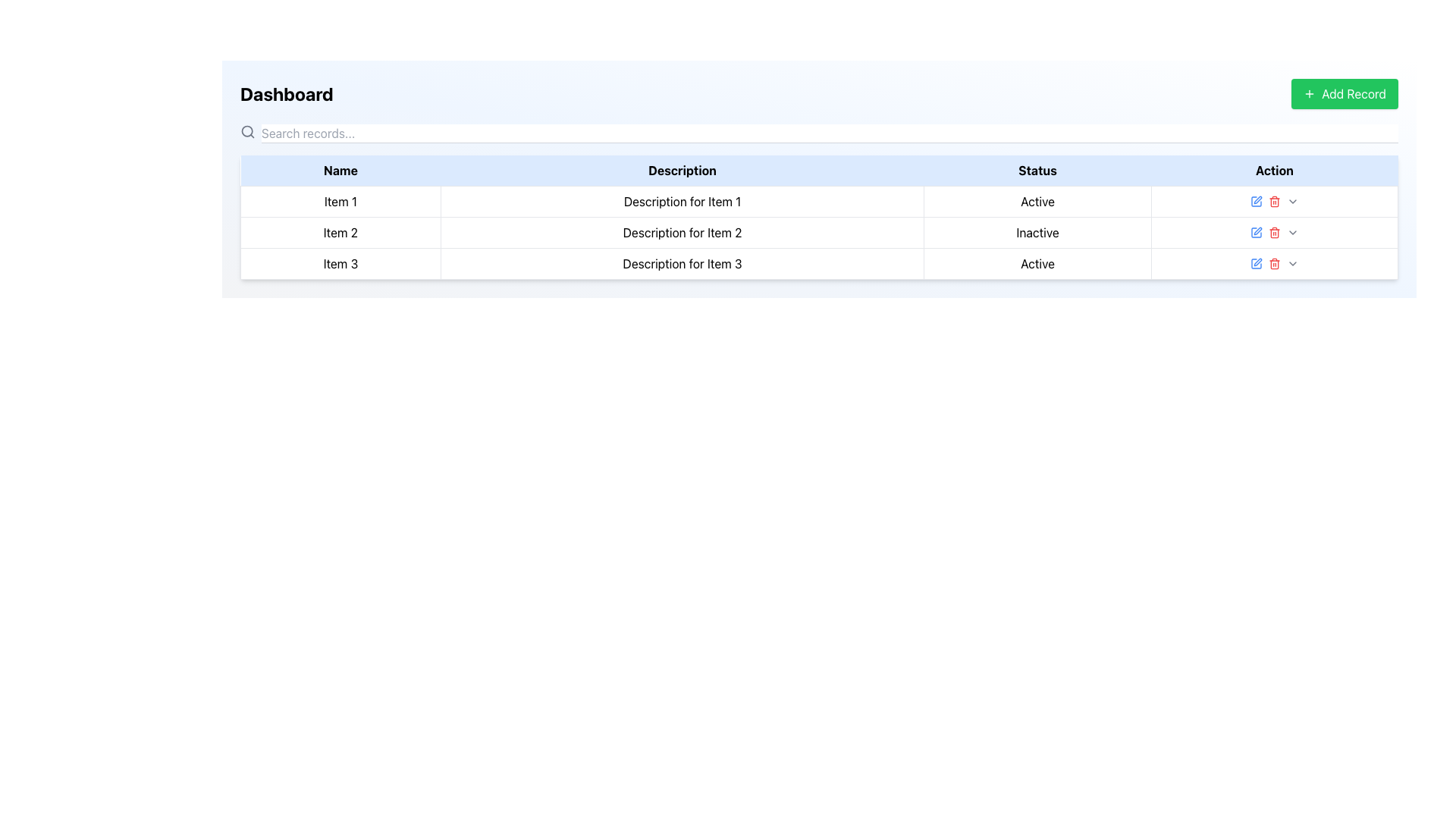 The height and width of the screenshot is (819, 1456). I want to click on the delete button in the 'Action' column of the table associated with the first row, so click(1274, 201).